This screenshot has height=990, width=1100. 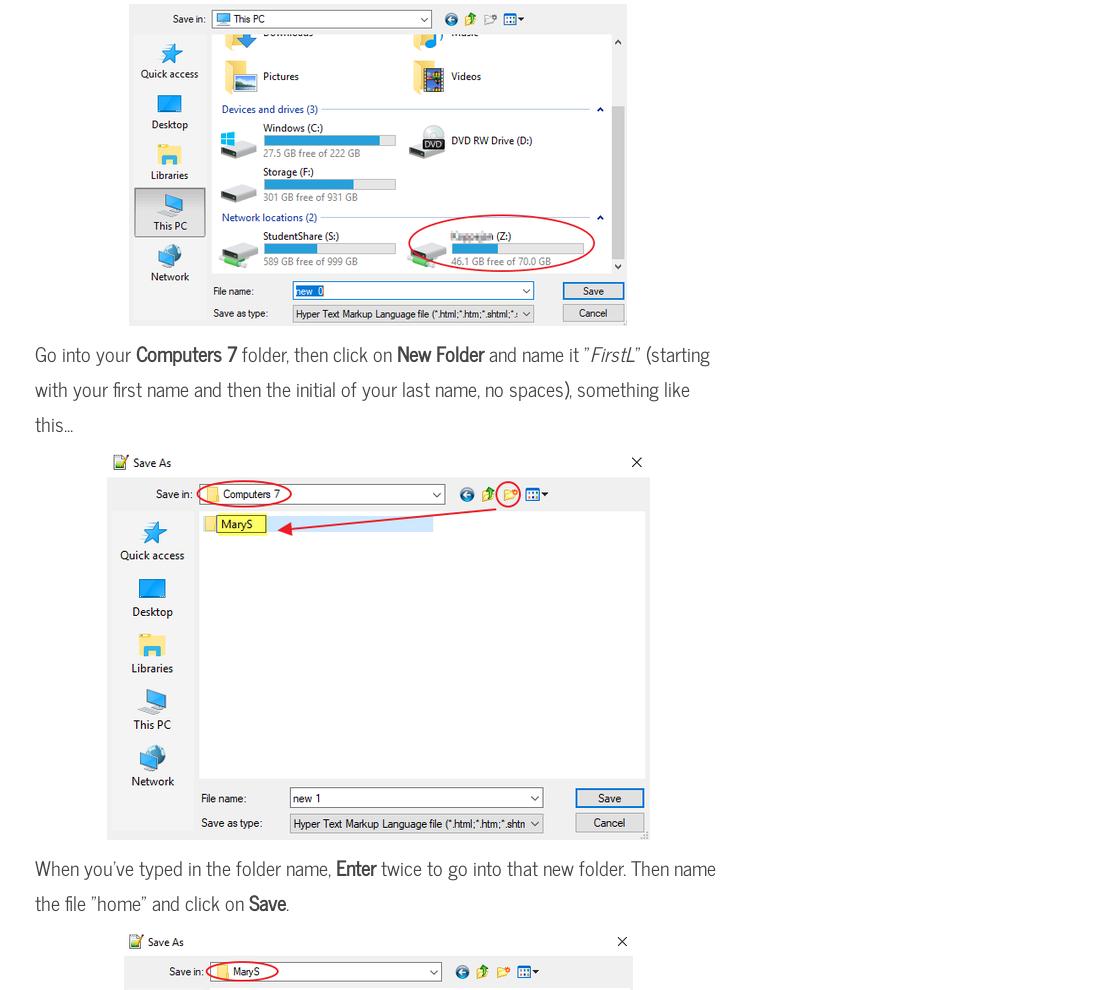 What do you see at coordinates (537, 353) in the screenshot?
I see `'and name it "'` at bounding box center [537, 353].